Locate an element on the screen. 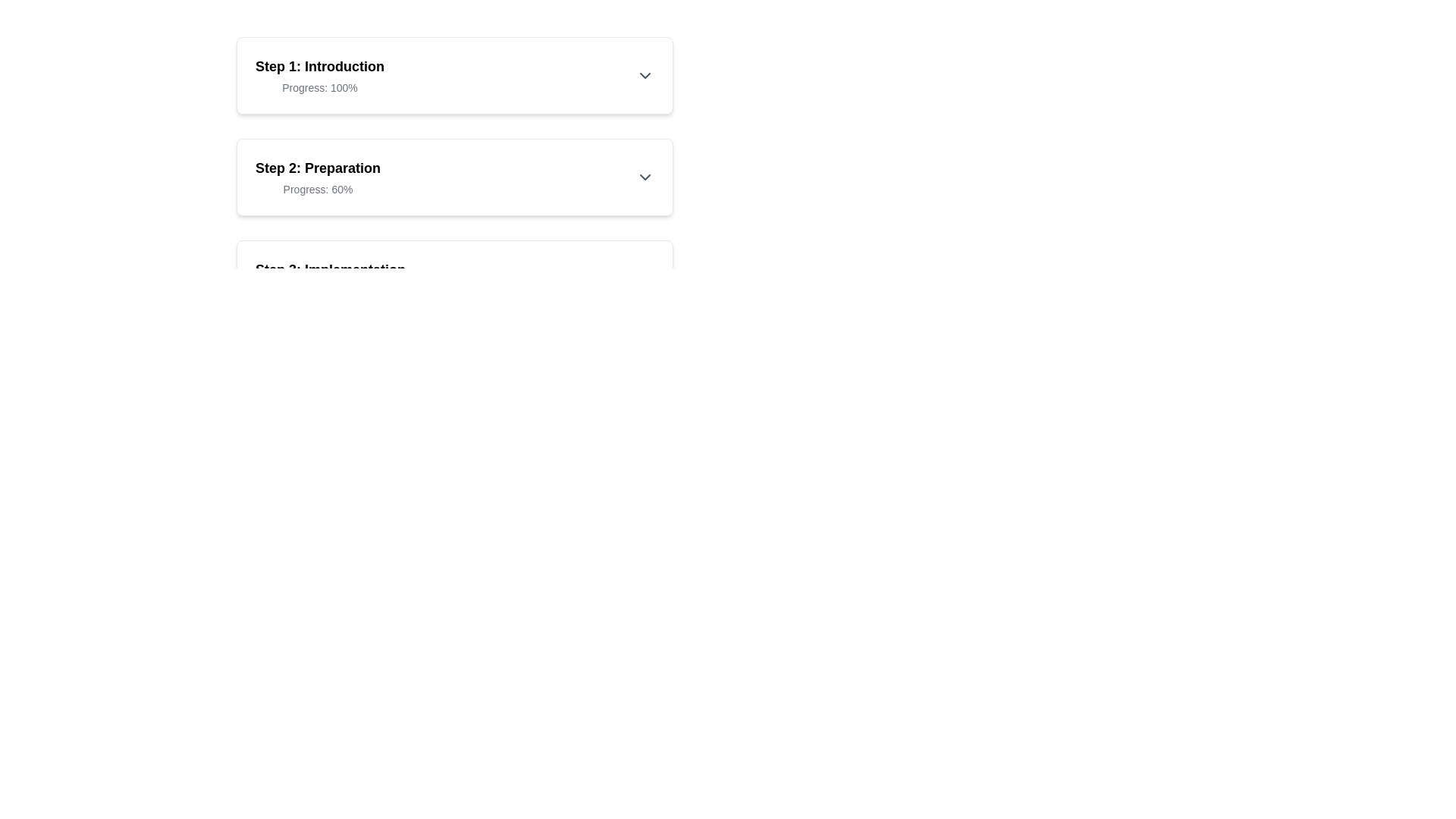  text content of the second step in the process sequence, which is displayed centrally beneath 'Step 1: Introduction' is located at coordinates (317, 177).